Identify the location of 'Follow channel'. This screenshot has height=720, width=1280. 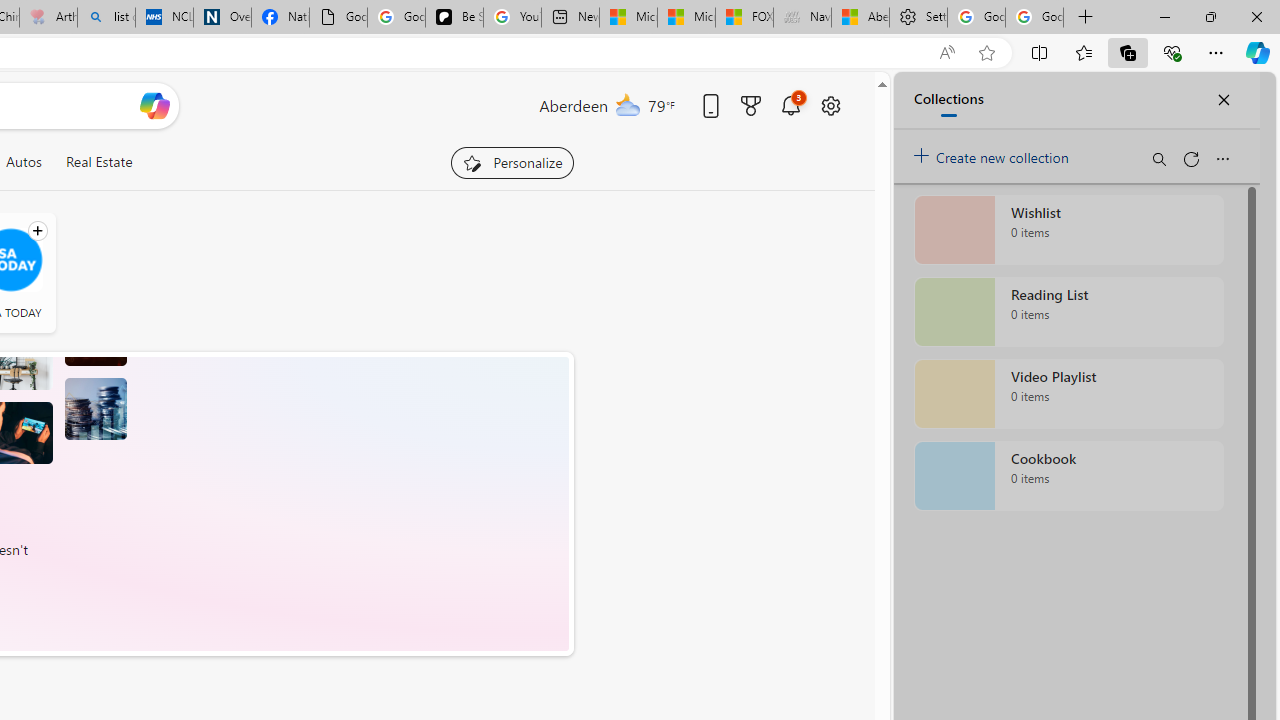
(37, 230).